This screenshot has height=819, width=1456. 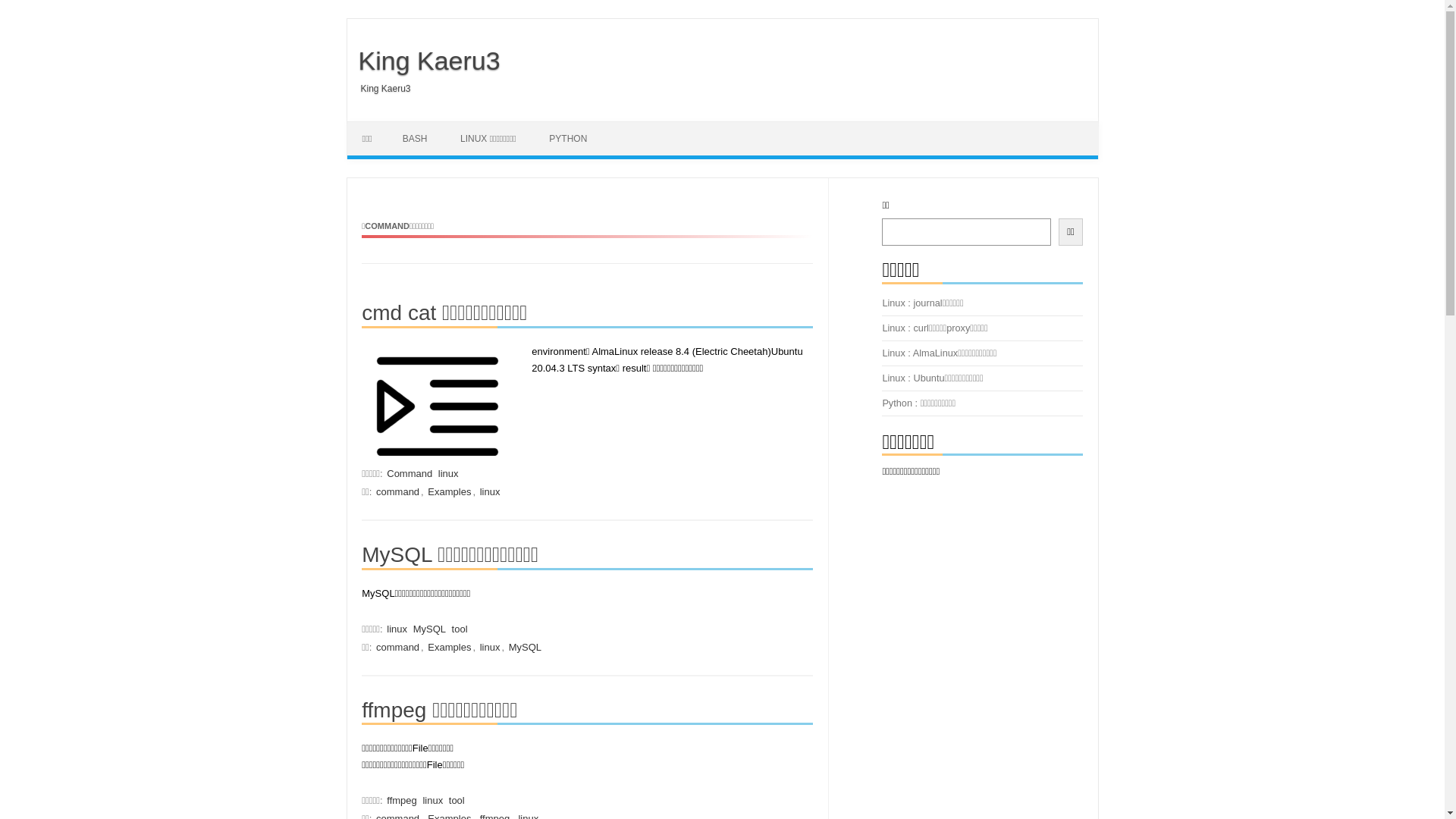 I want to click on 'BASH', so click(x=415, y=138).